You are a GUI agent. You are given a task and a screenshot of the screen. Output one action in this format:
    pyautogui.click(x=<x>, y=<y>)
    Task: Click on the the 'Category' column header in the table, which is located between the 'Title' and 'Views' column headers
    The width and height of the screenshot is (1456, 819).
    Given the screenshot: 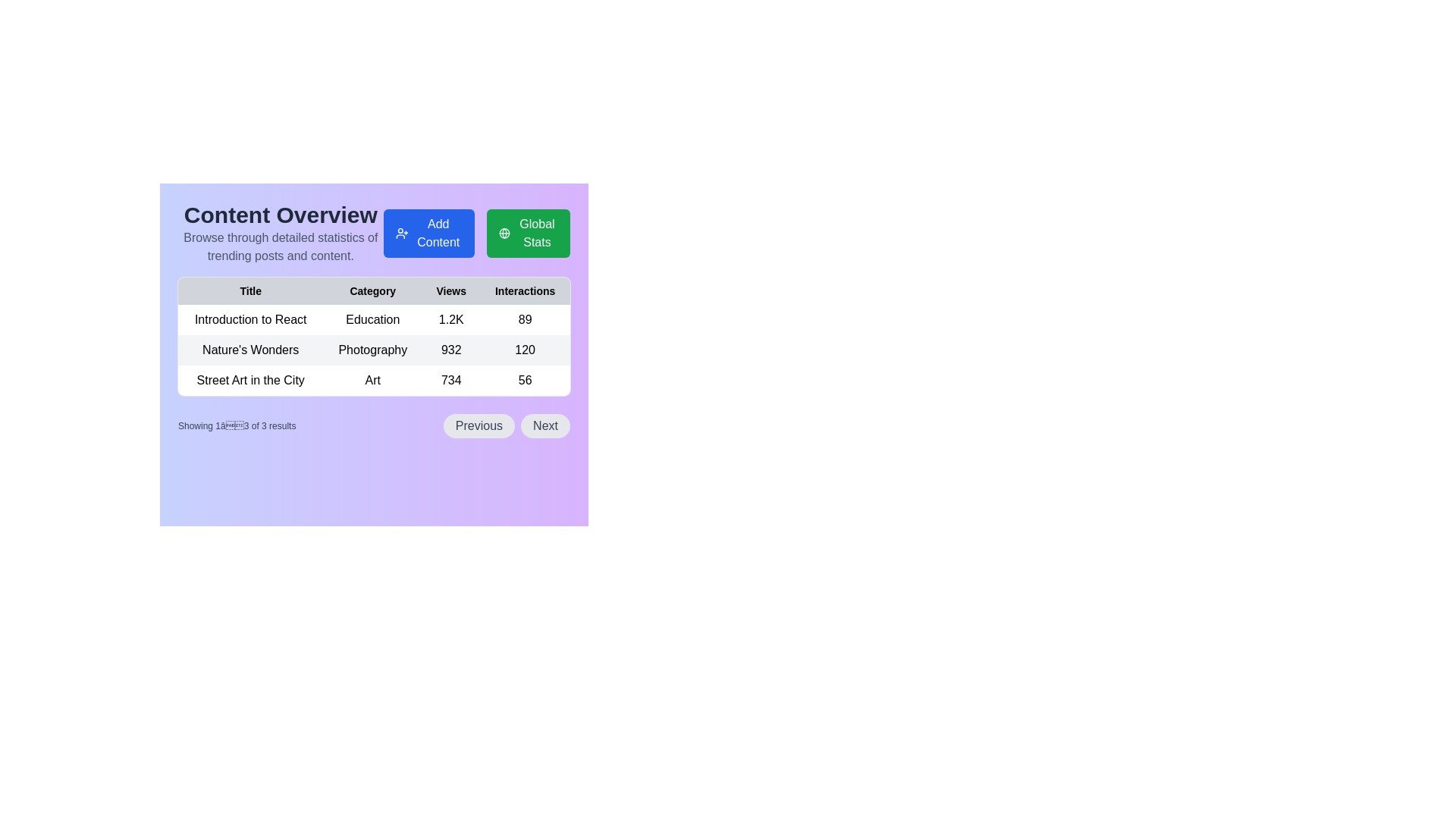 What is the action you would take?
    pyautogui.click(x=372, y=291)
    